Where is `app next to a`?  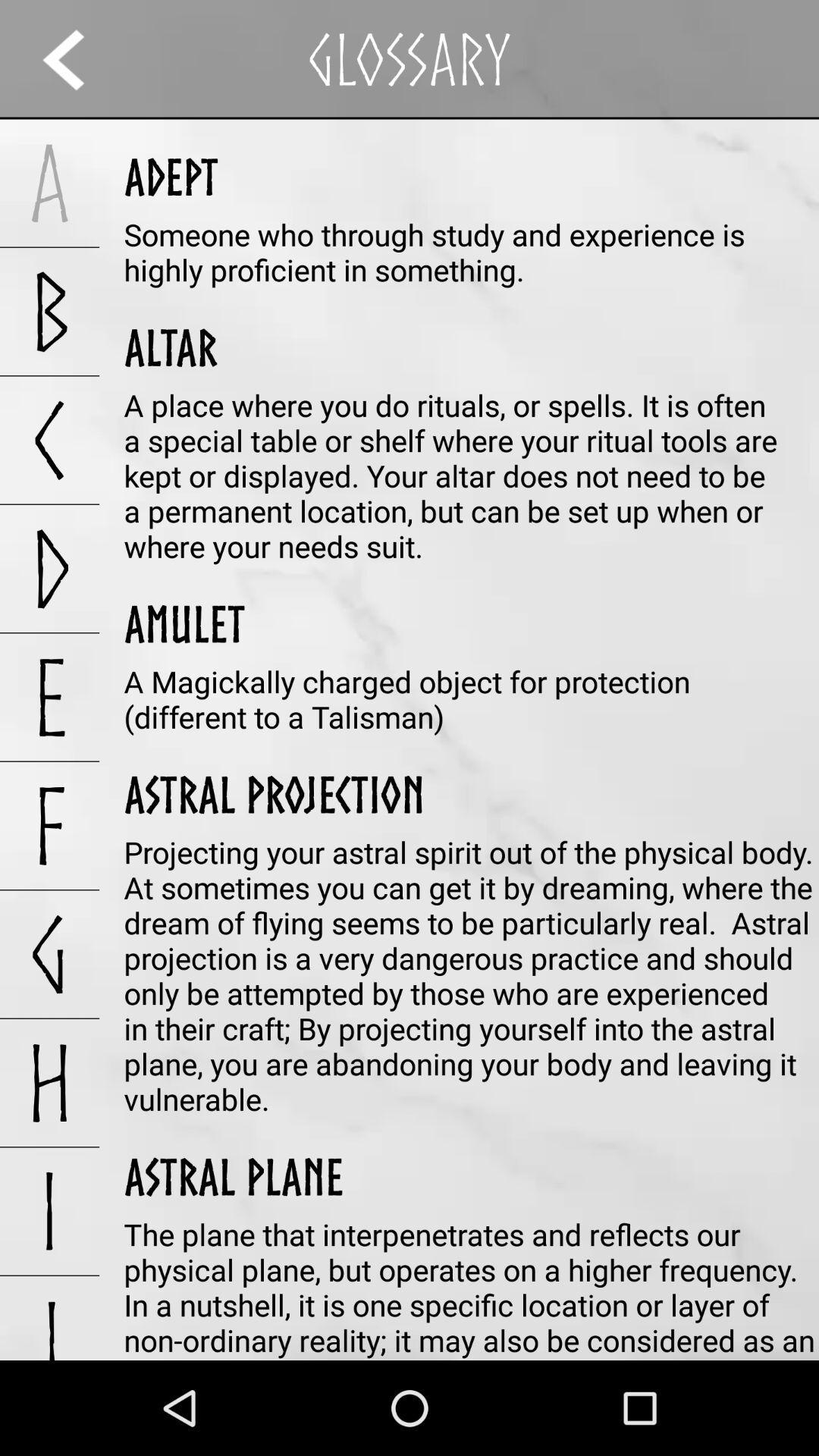
app next to a is located at coordinates (171, 177).